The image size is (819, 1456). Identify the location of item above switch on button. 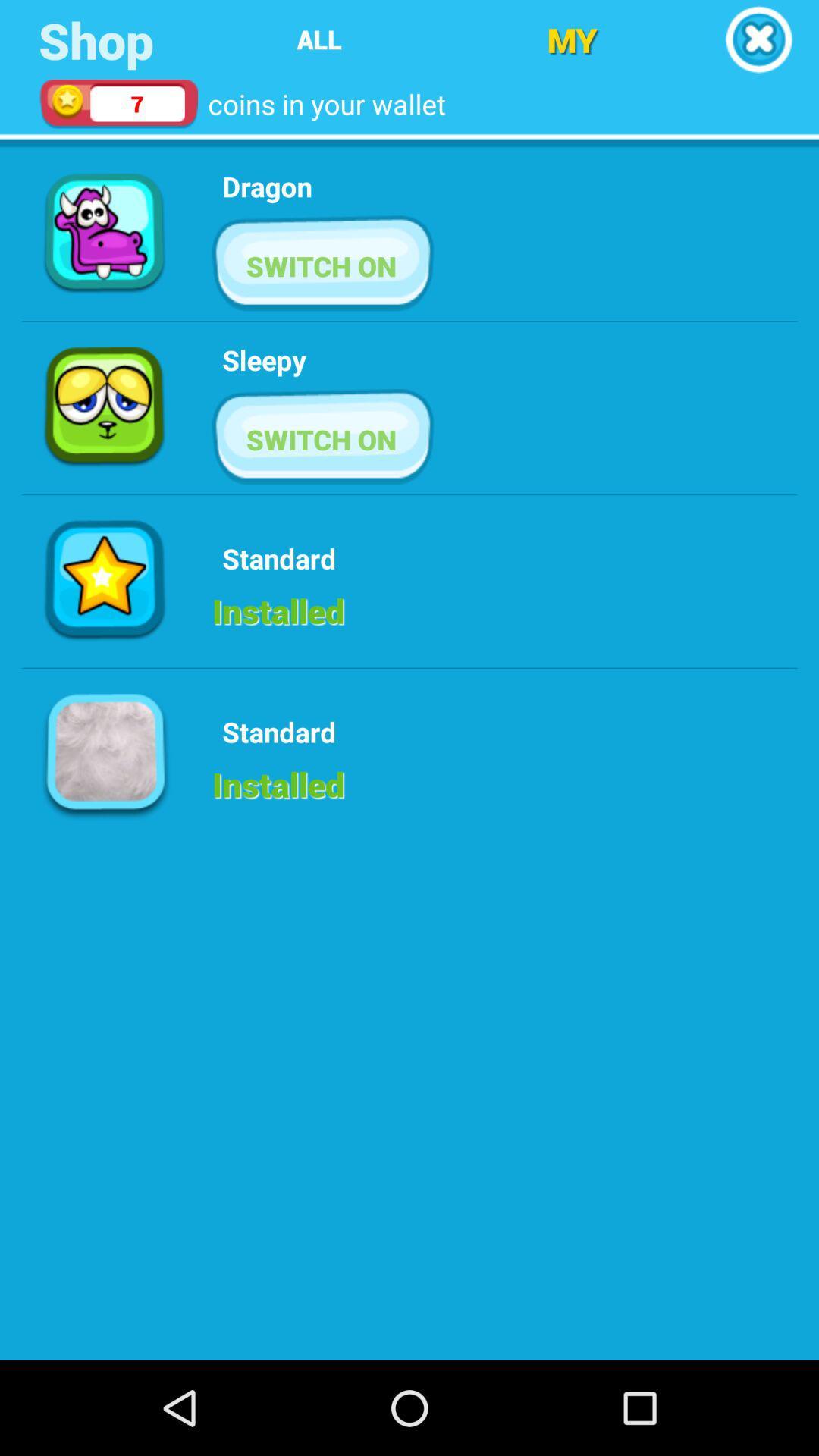
(263, 359).